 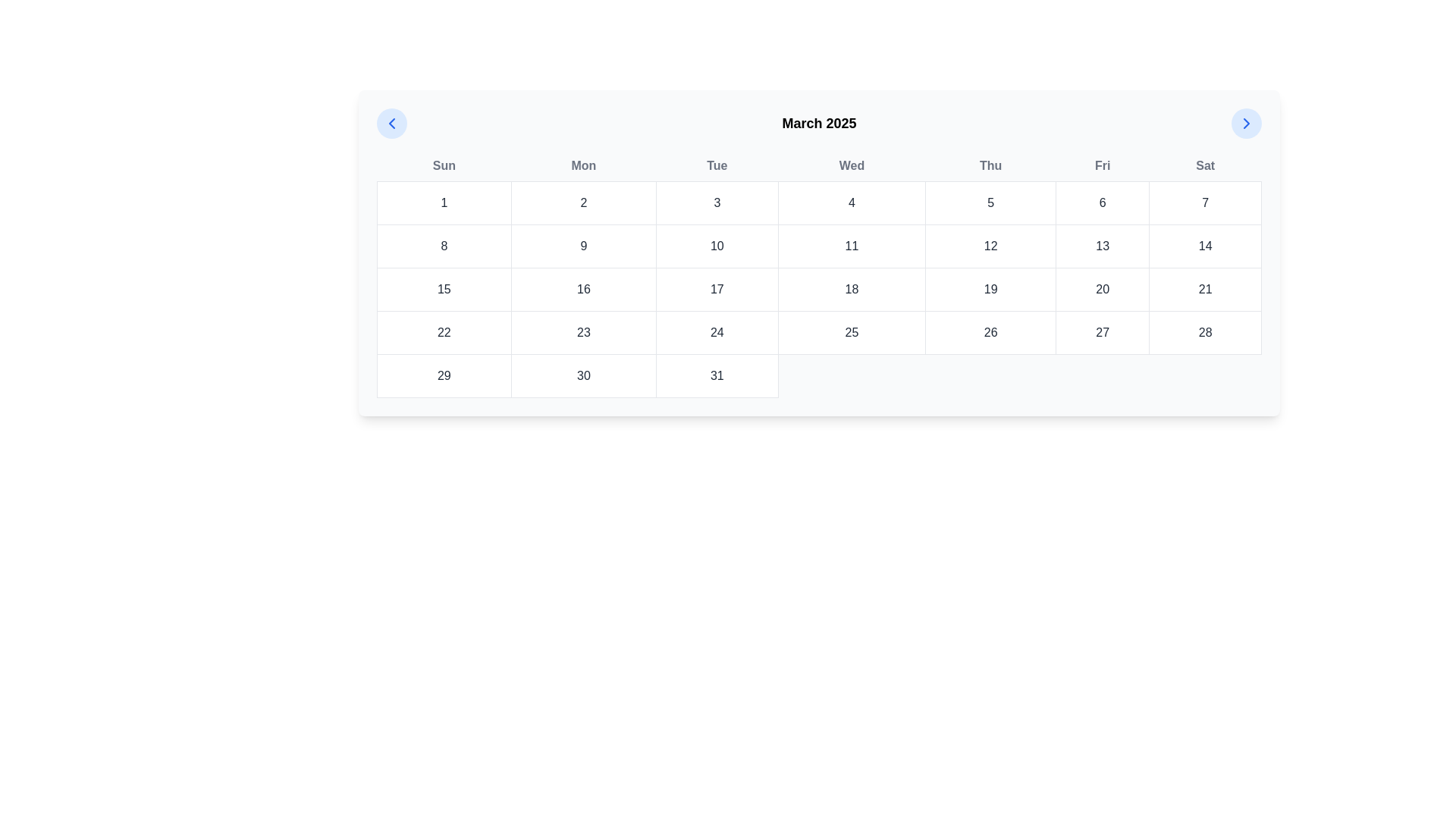 What do you see at coordinates (716, 202) in the screenshot?
I see `the button representing the number '3' in the calendar interface` at bounding box center [716, 202].